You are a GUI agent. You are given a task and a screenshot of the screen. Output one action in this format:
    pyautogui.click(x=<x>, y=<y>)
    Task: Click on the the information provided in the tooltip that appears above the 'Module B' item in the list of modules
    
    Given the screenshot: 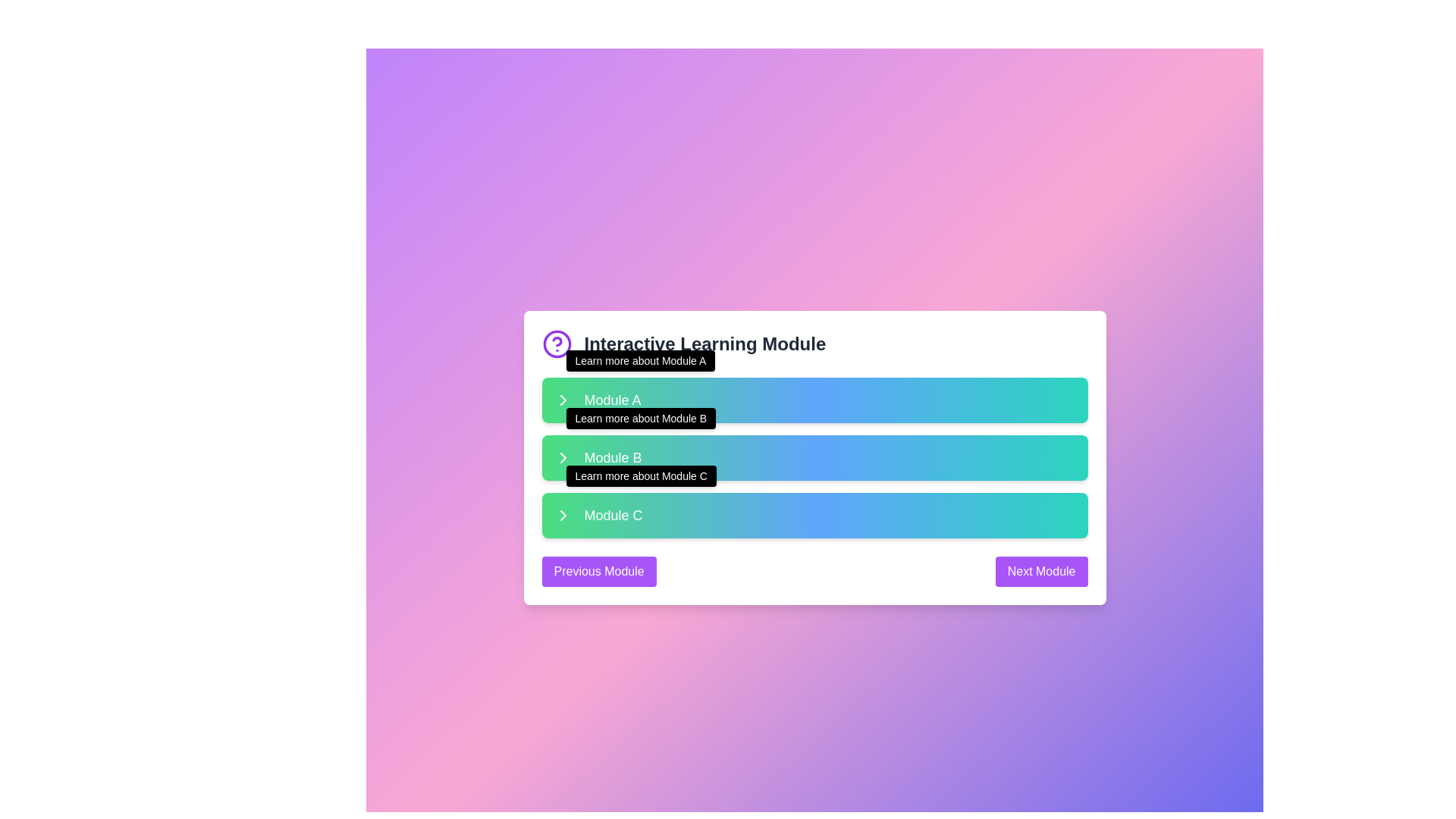 What is the action you would take?
    pyautogui.click(x=641, y=418)
    